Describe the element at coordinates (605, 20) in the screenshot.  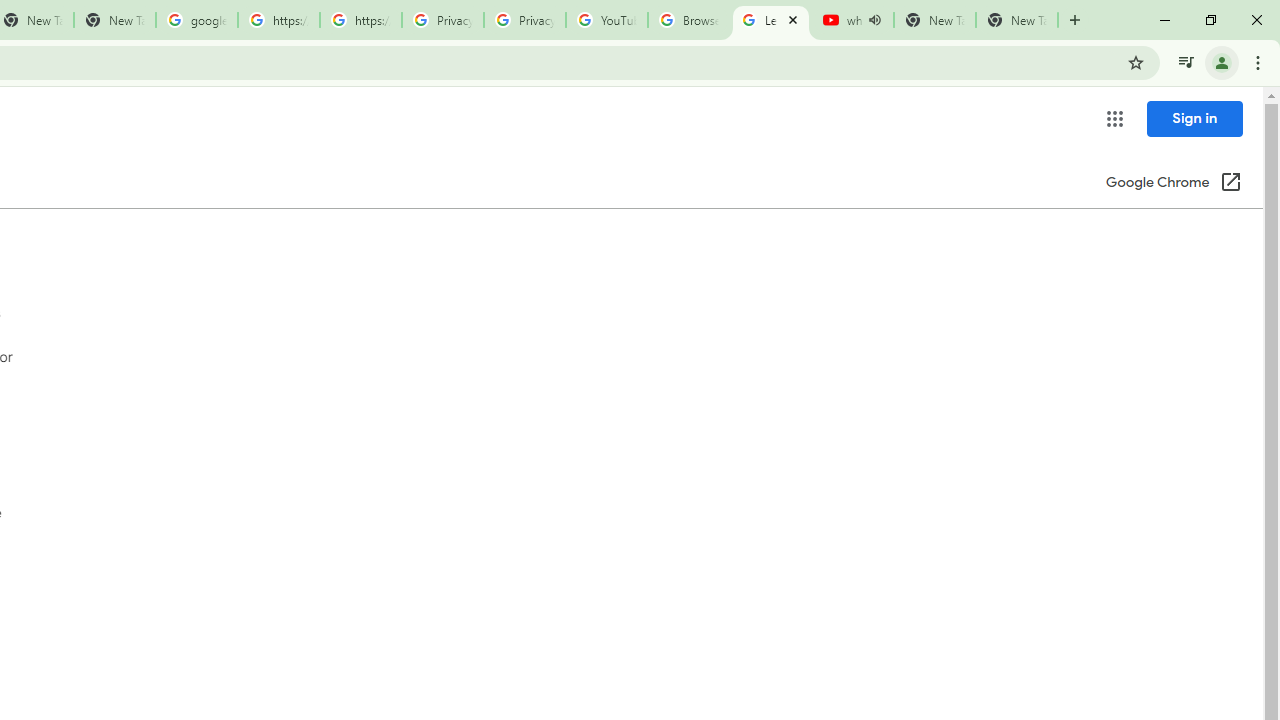
I see `'YouTube'` at that location.